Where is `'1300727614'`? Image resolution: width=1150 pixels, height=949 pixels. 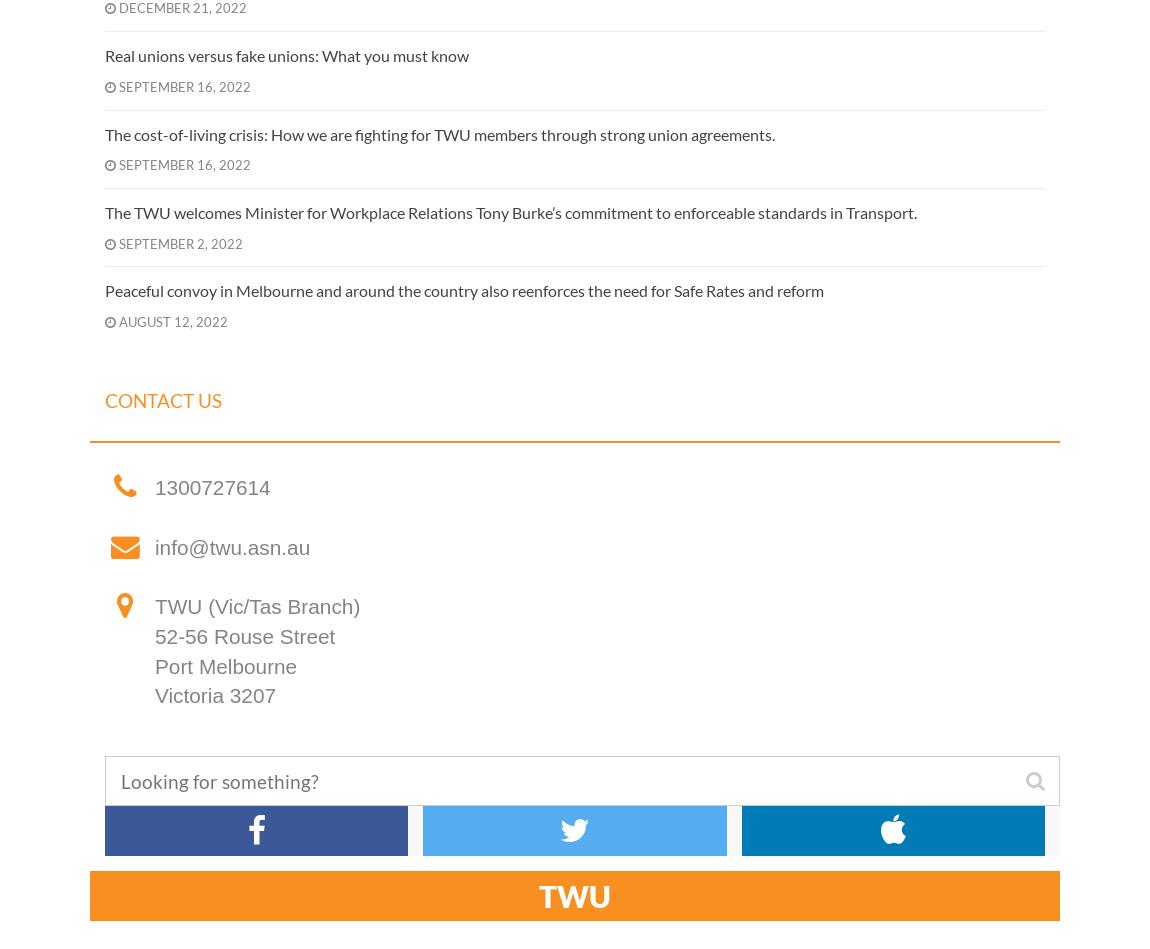 '1300727614' is located at coordinates (211, 485).